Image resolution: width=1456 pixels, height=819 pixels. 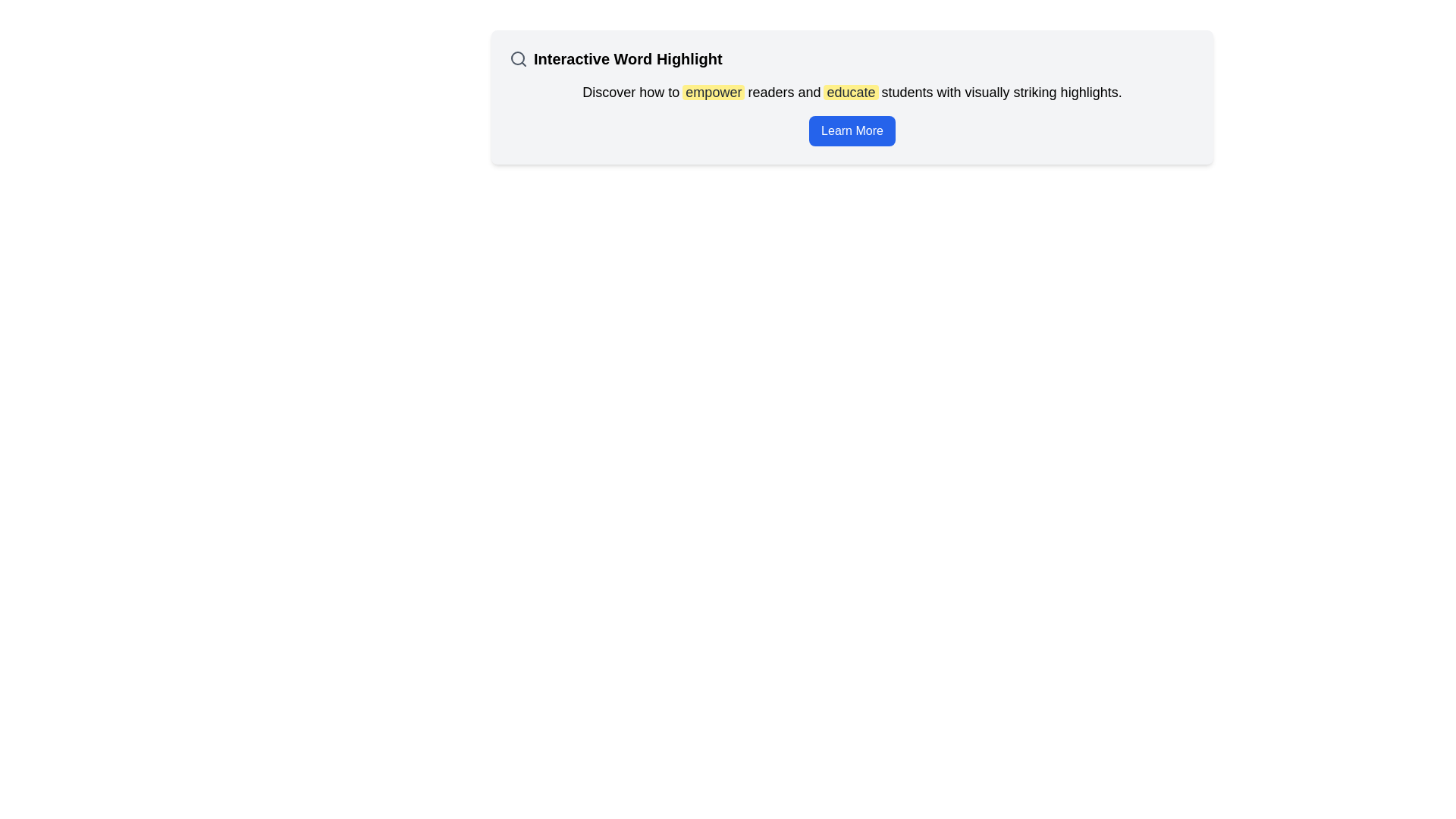 What do you see at coordinates (628, 58) in the screenshot?
I see `the prominently styled text element that says 'Interactive Word Highlight', which is located just to the right of the magnifying glass icon` at bounding box center [628, 58].